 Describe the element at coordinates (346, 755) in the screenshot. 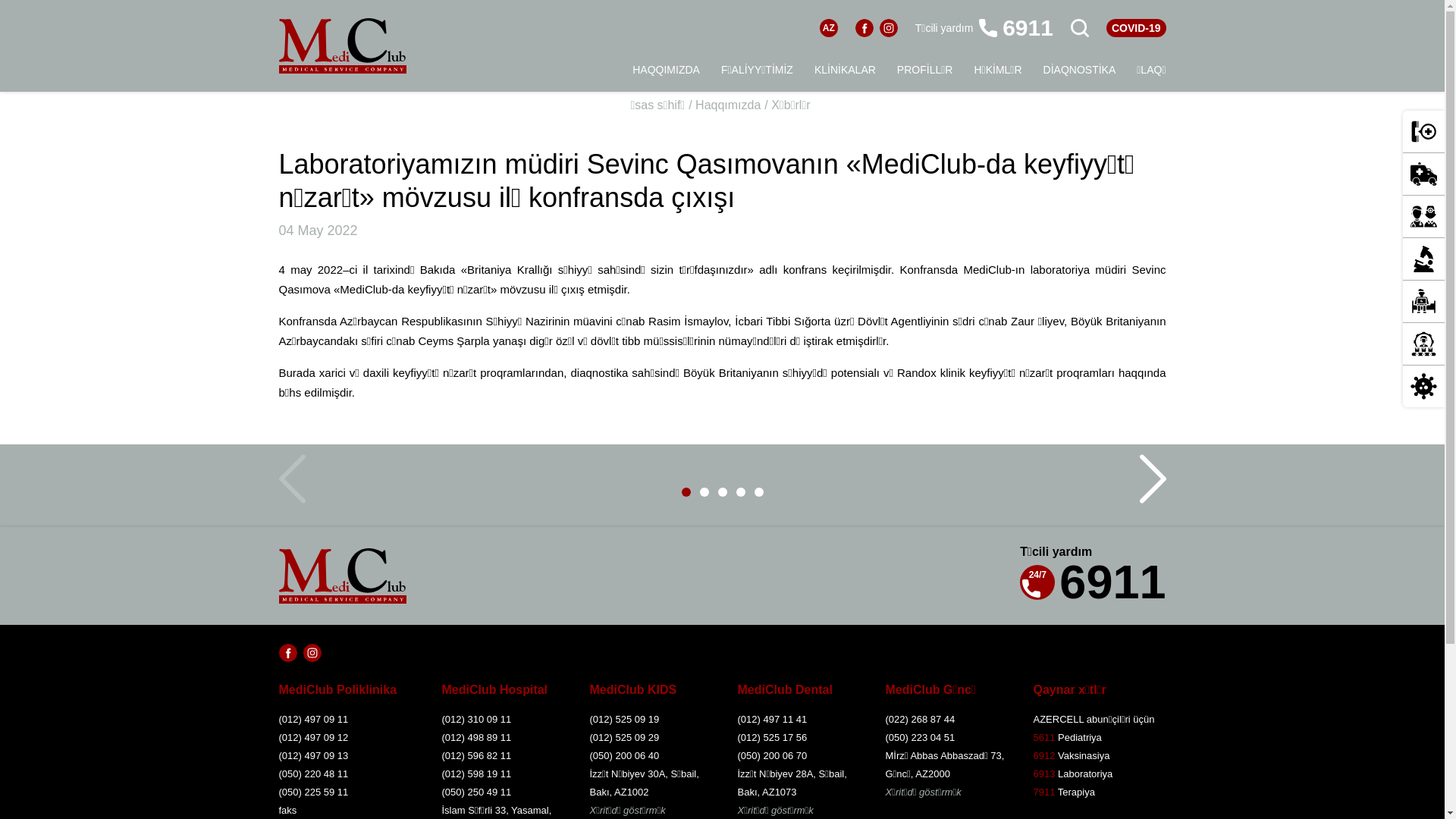

I see `'(012) 497 09 13'` at that location.